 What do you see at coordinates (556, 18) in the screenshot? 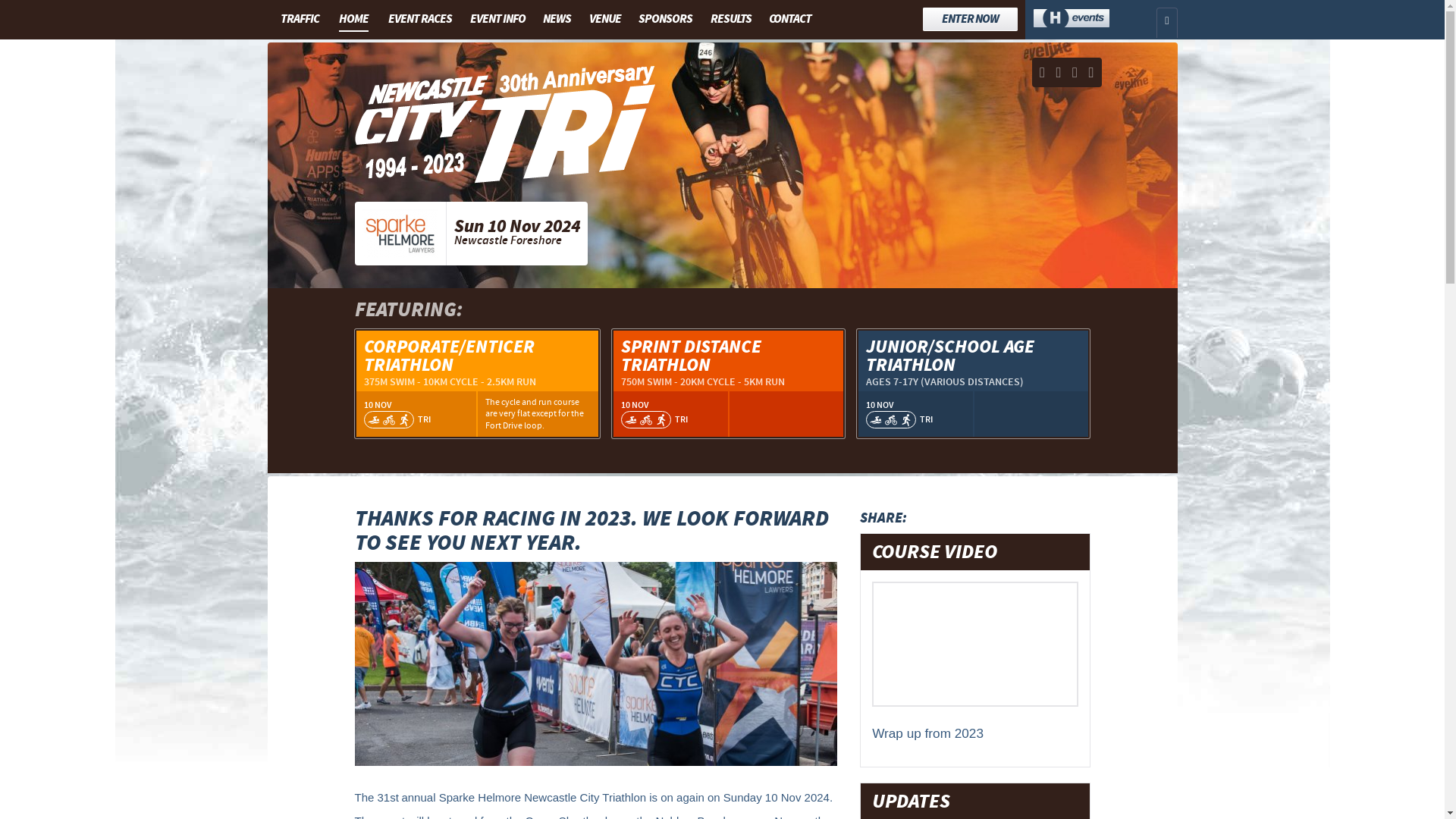
I see `'NEWS'` at bounding box center [556, 18].